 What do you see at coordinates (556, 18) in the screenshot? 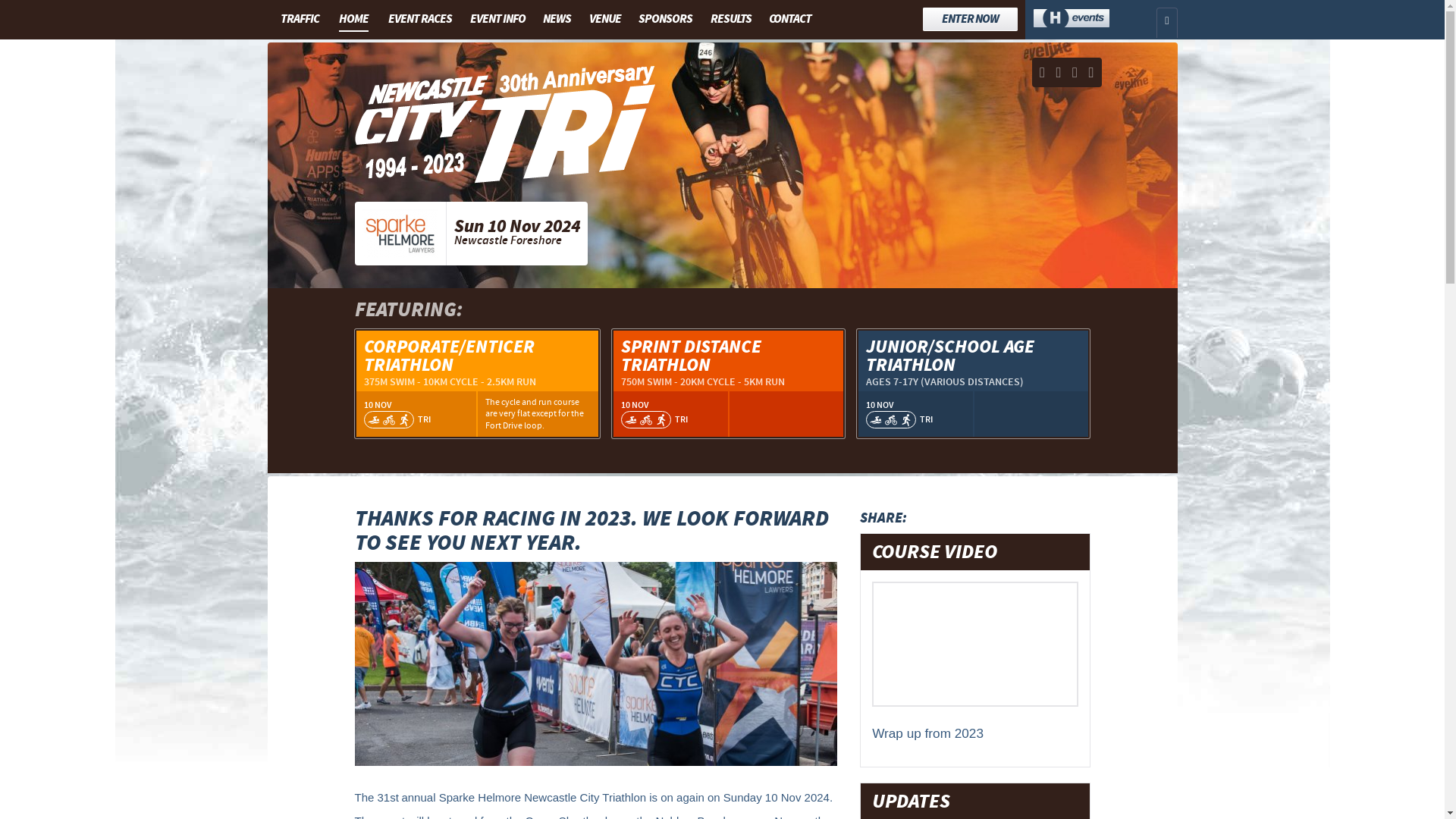
I see `'NEWS'` at bounding box center [556, 18].